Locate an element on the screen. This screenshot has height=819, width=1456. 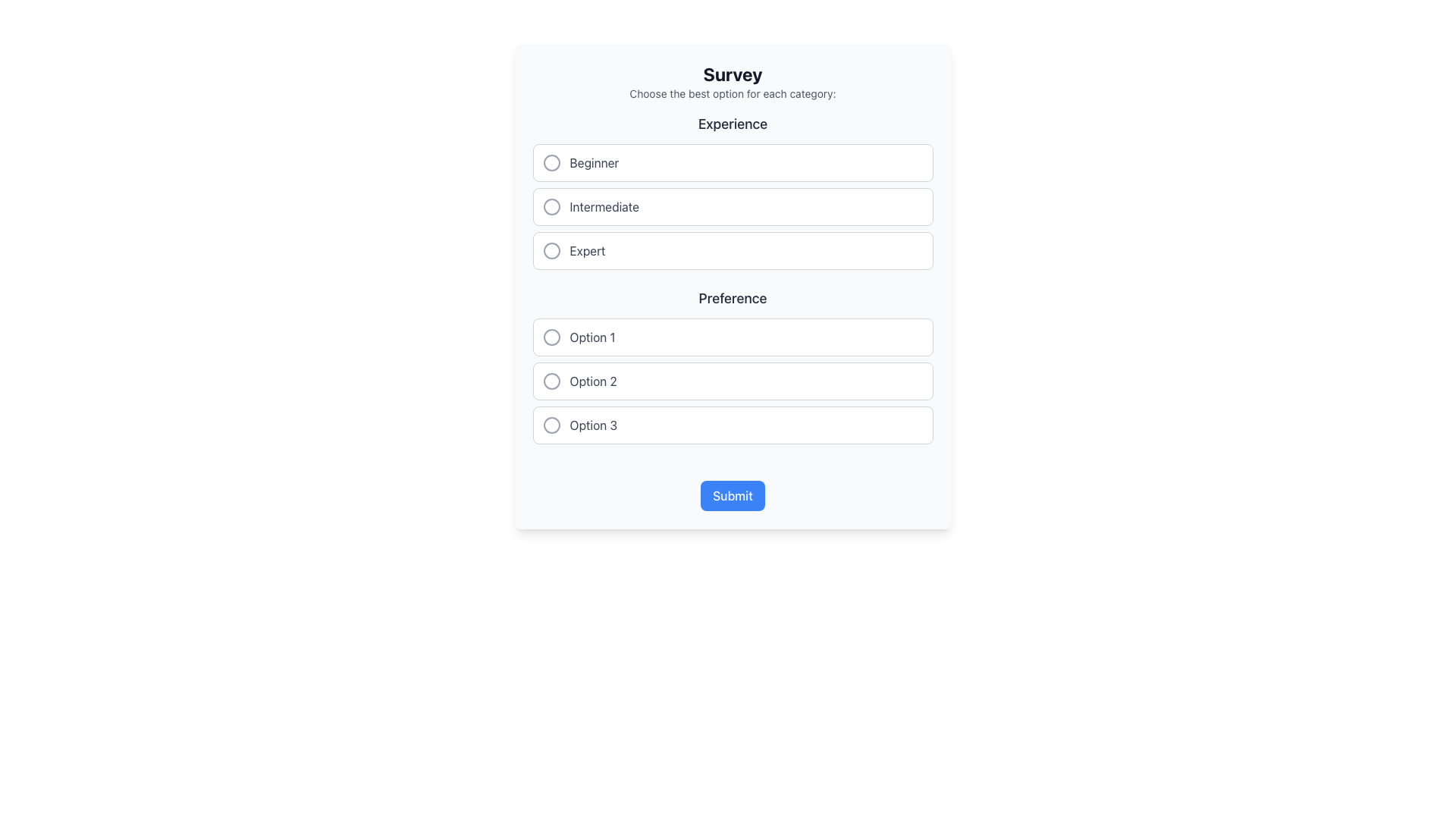
the Text Label that identifies the selectable option in the preference selection group, located below 'Option 2' in the center bottom portion of the interface is located at coordinates (592, 425).